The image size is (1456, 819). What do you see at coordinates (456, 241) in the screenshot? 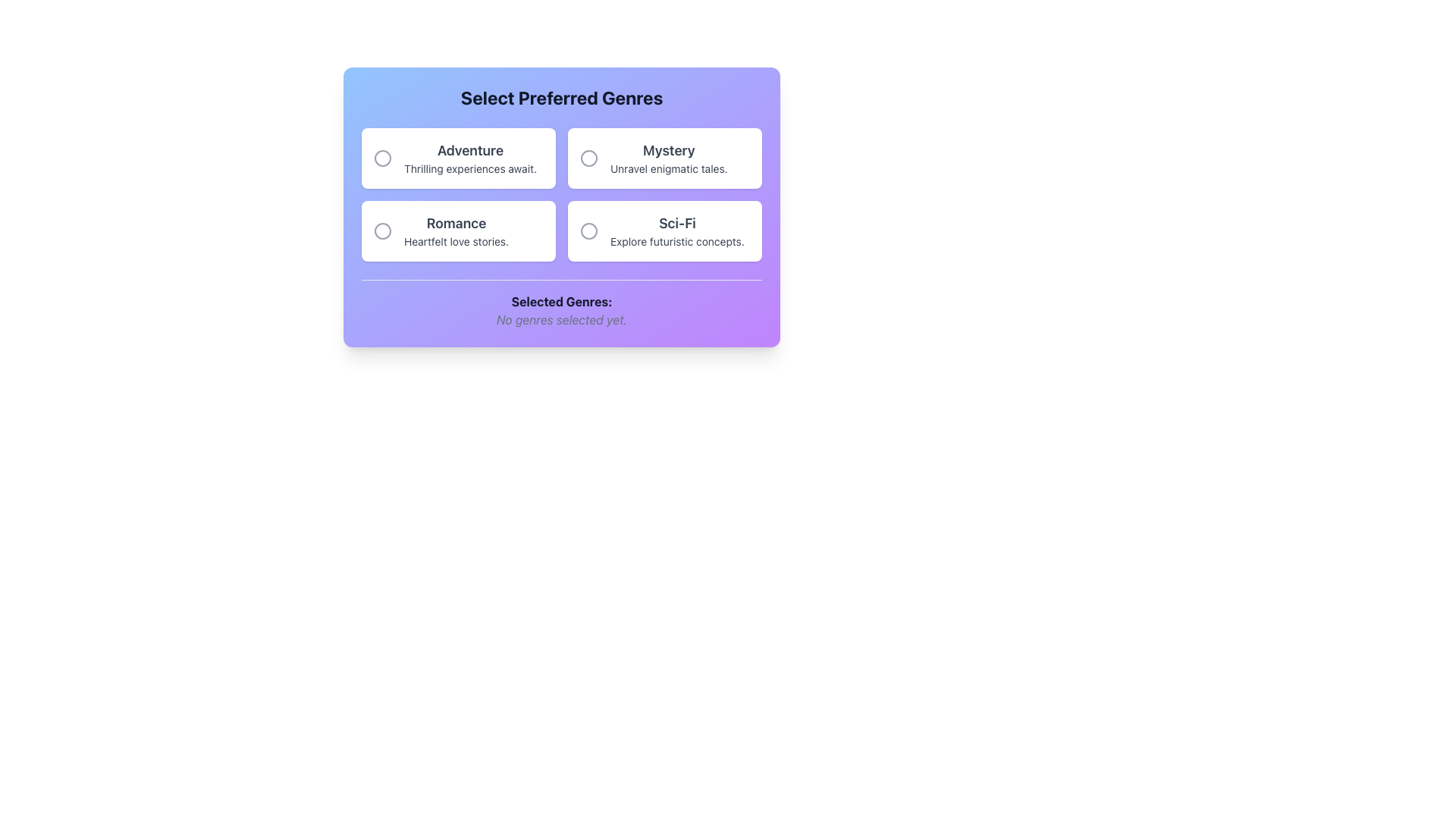
I see `text label 'Heartfelt love stories.' which is located below the title 'Romance' in the grid layout` at bounding box center [456, 241].